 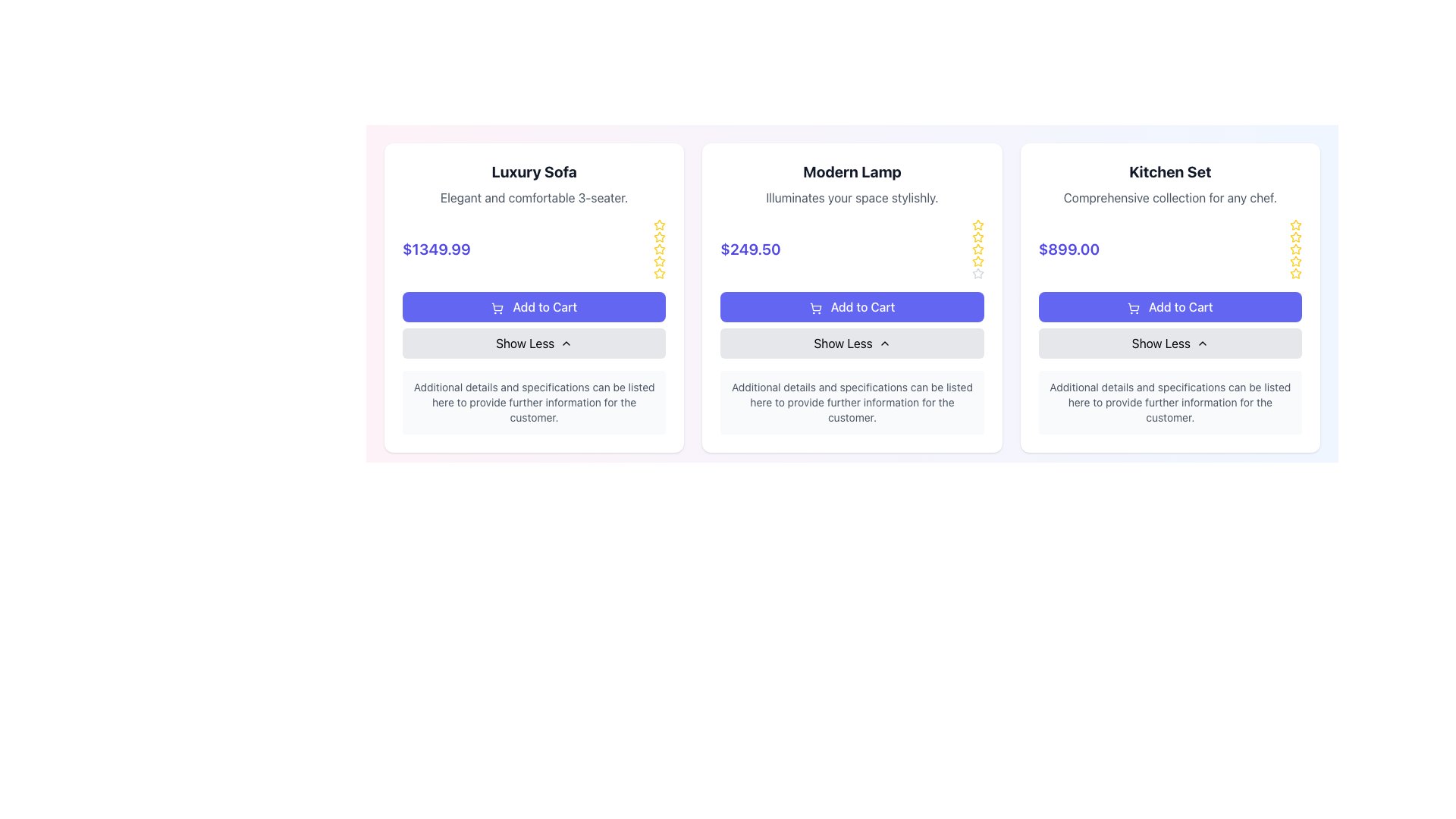 What do you see at coordinates (534, 171) in the screenshot?
I see `product title text label located at the top of the luxury sofa product card, which serves as the primary identifier for the product` at bounding box center [534, 171].